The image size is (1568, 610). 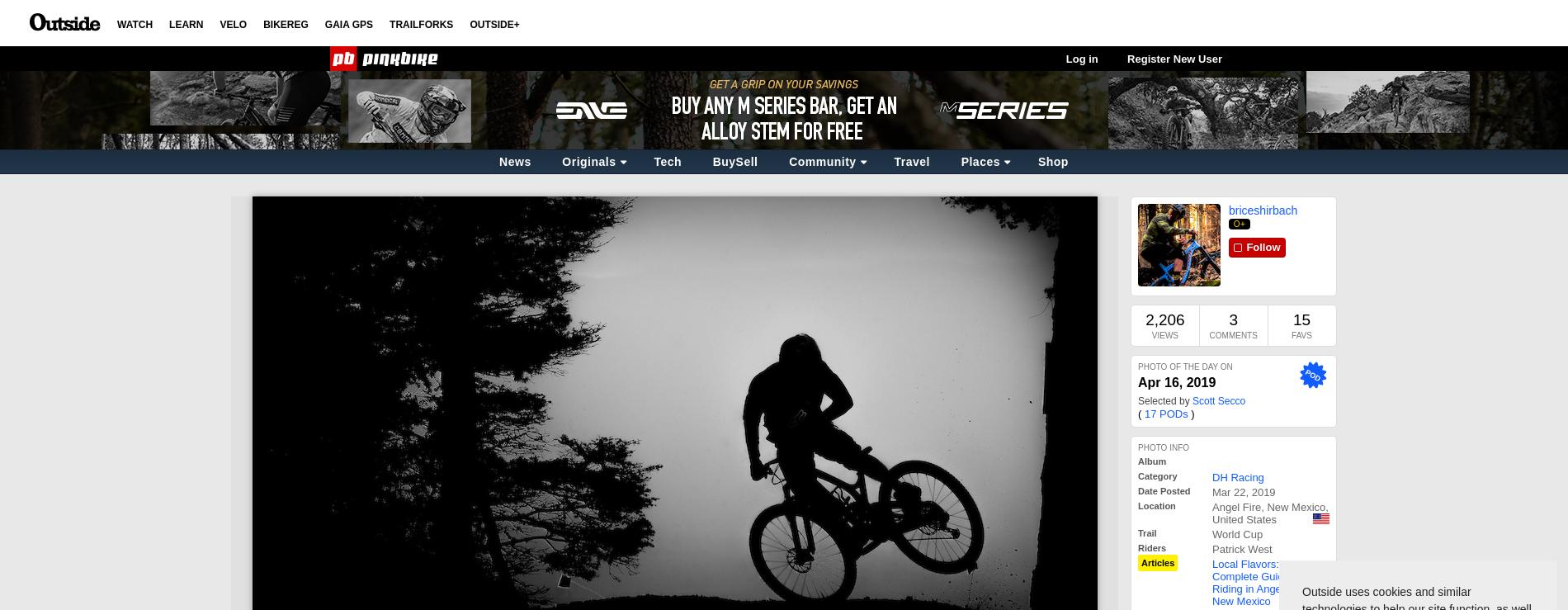 I want to click on 'News', so click(x=514, y=161).